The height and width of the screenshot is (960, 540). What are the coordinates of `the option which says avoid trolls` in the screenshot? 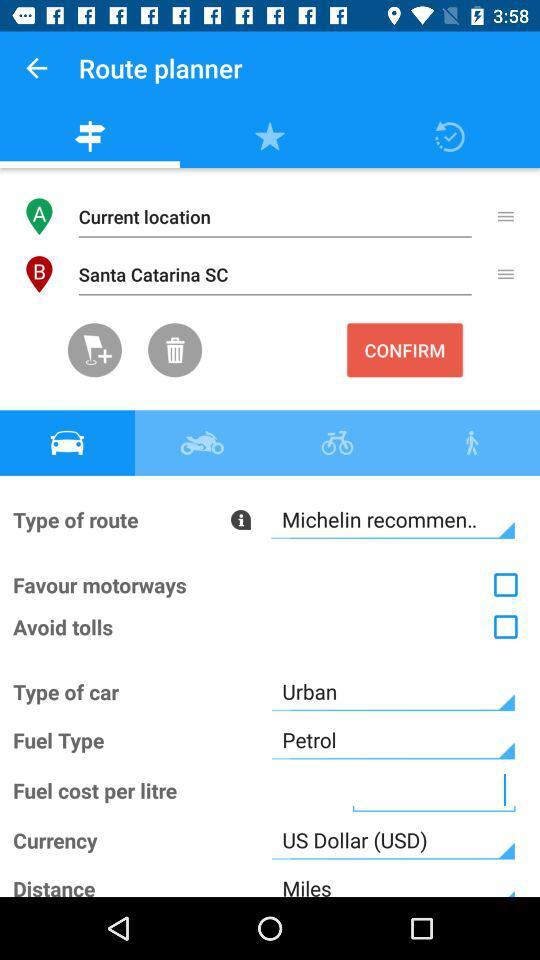 It's located at (270, 625).